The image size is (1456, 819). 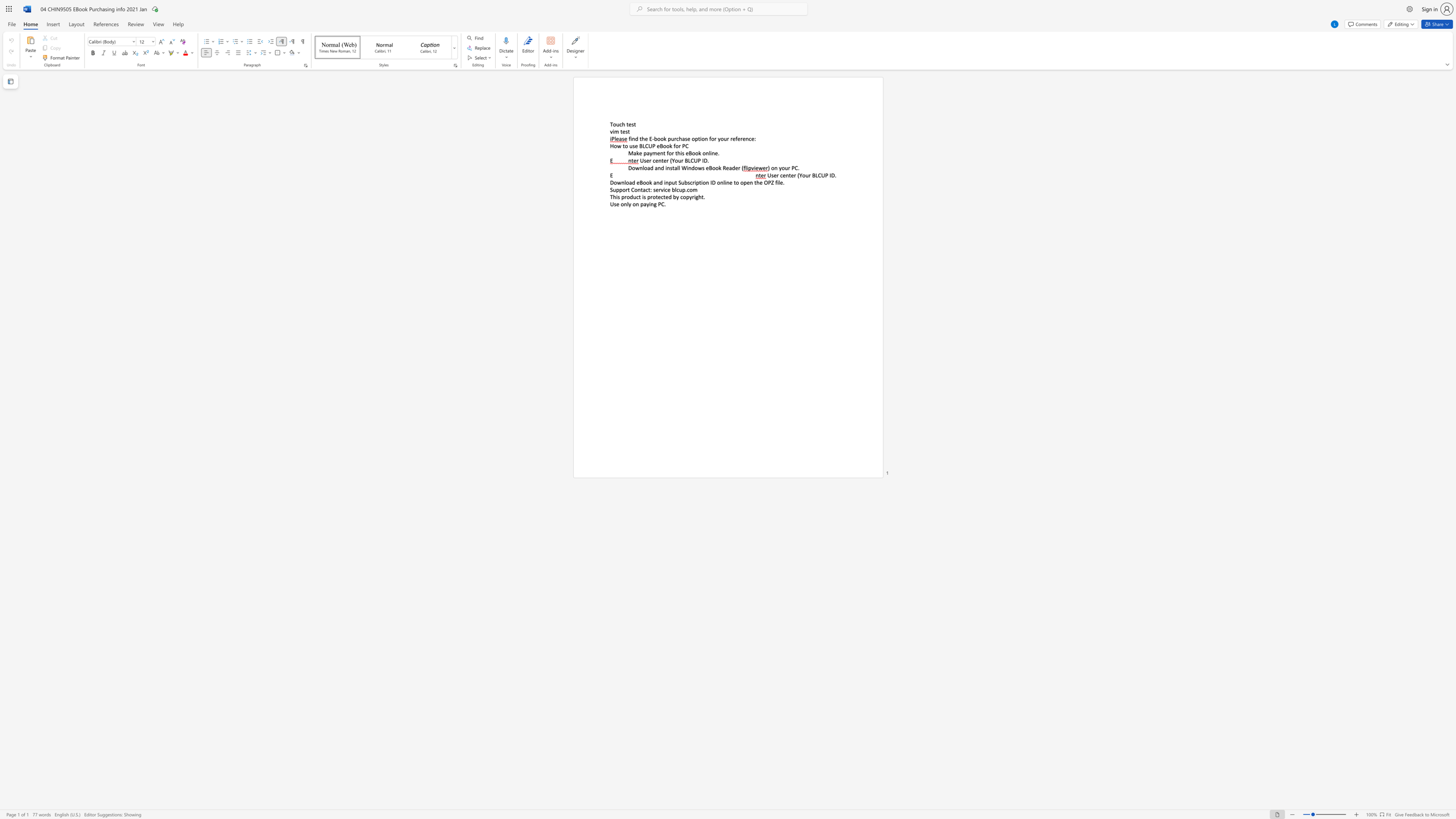 What do you see at coordinates (639, 146) in the screenshot?
I see `the subset text "BLCUP eBo" within the text "How to use BLCUP eBook for PC"` at bounding box center [639, 146].